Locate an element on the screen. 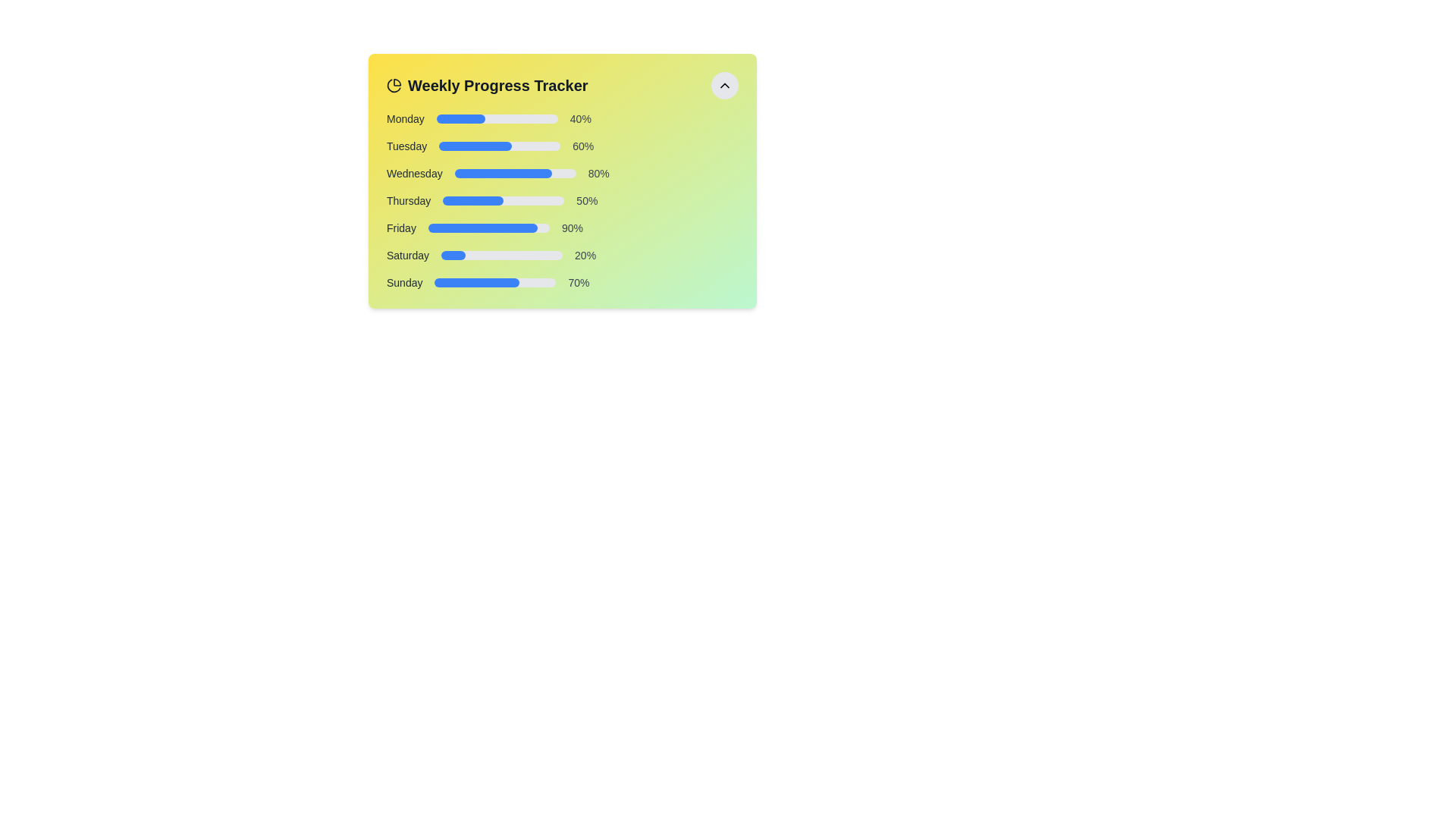 Image resolution: width=1456 pixels, height=819 pixels. blue-colored progress bar segment filling 50% of the progress bar for 'Thursday' in the weekly tracker interface is located at coordinates (472, 200).